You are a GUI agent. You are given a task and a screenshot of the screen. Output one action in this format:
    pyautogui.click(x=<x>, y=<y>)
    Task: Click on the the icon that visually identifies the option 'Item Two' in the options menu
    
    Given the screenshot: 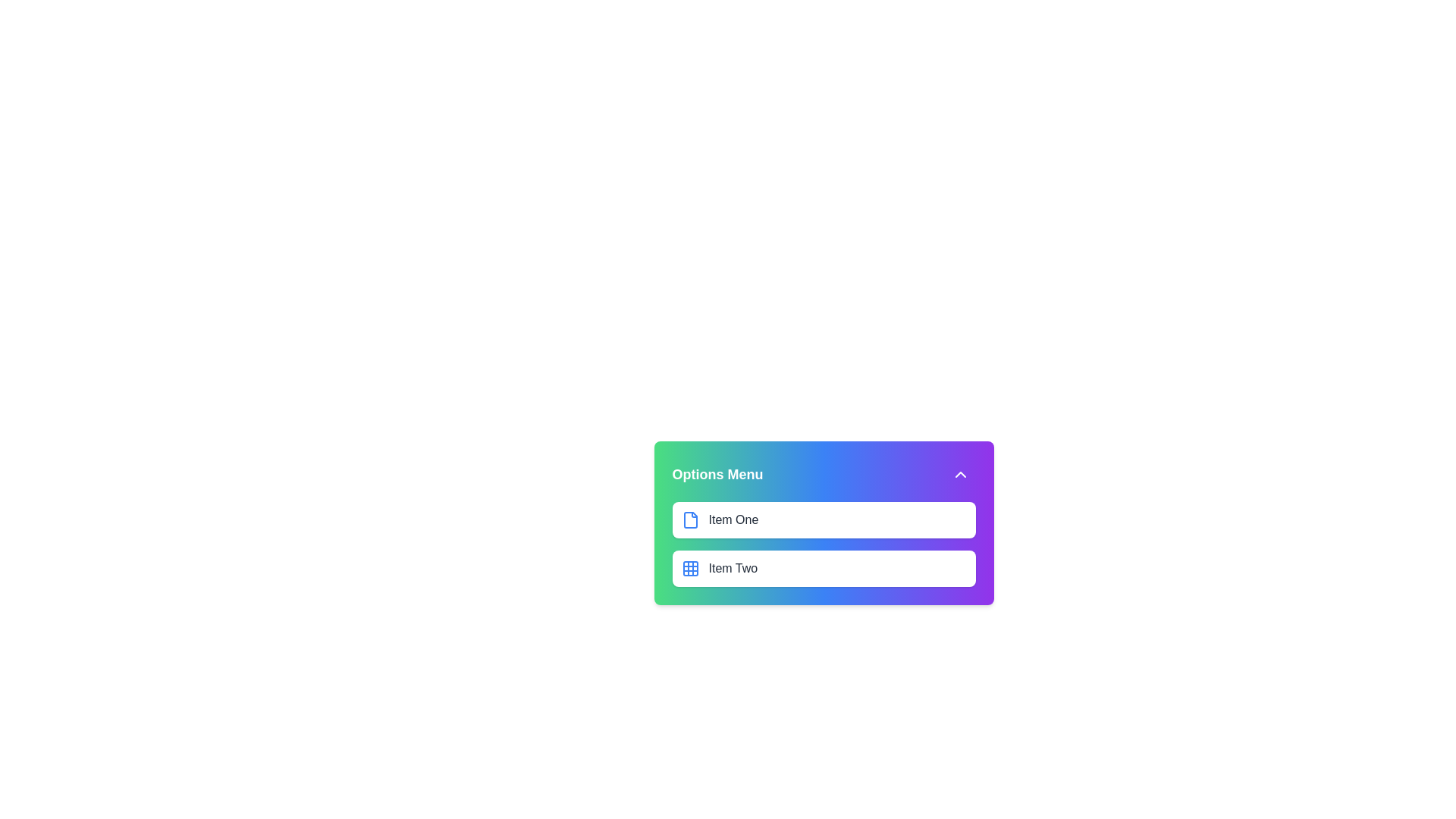 What is the action you would take?
    pyautogui.click(x=689, y=568)
    